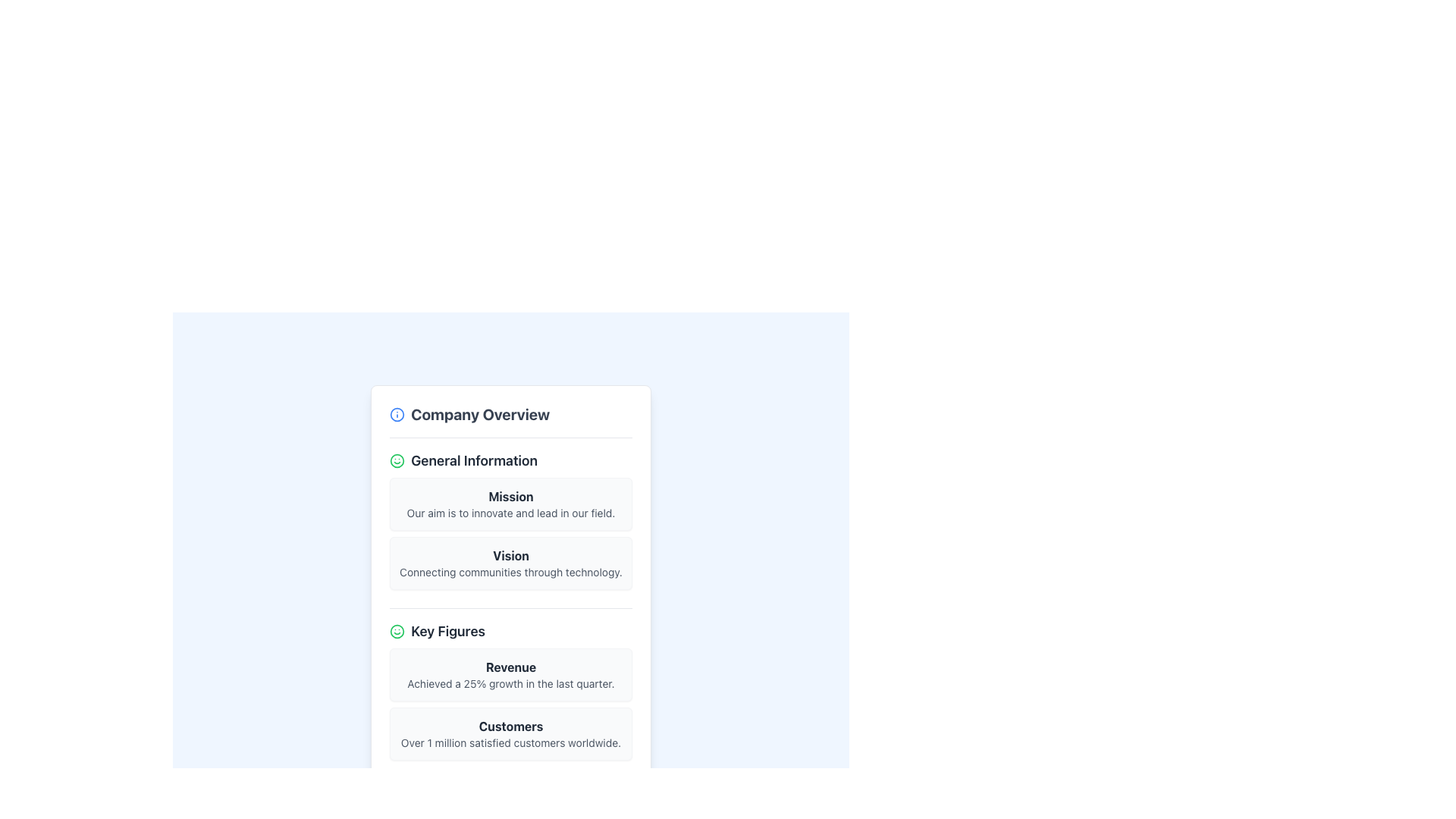 This screenshot has height=819, width=1456. I want to click on the smiley icon that conveys a positive emotion, located to the left of the 'General Information' text, so click(397, 460).